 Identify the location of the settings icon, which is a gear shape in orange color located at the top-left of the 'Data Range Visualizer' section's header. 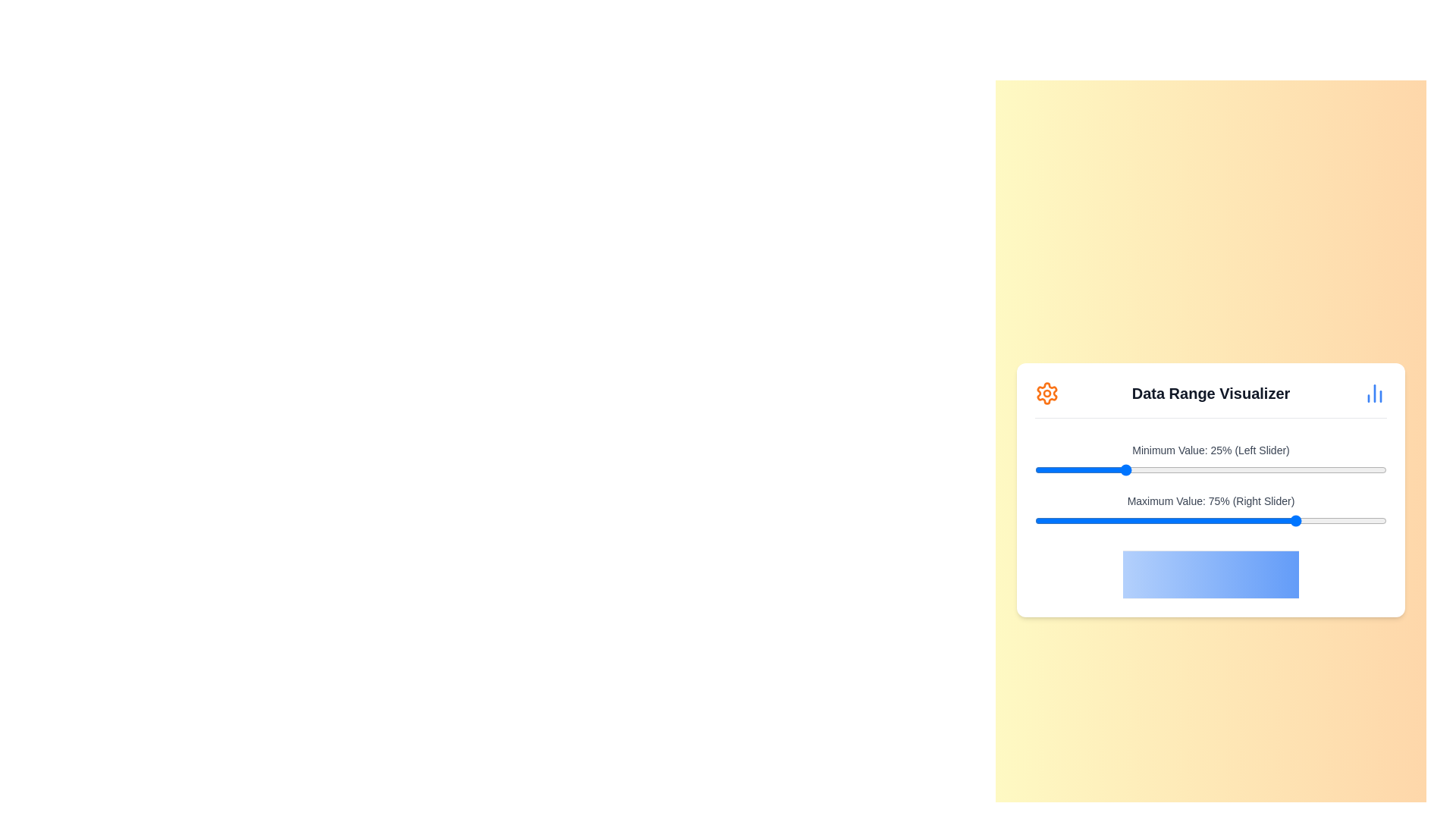
(1046, 392).